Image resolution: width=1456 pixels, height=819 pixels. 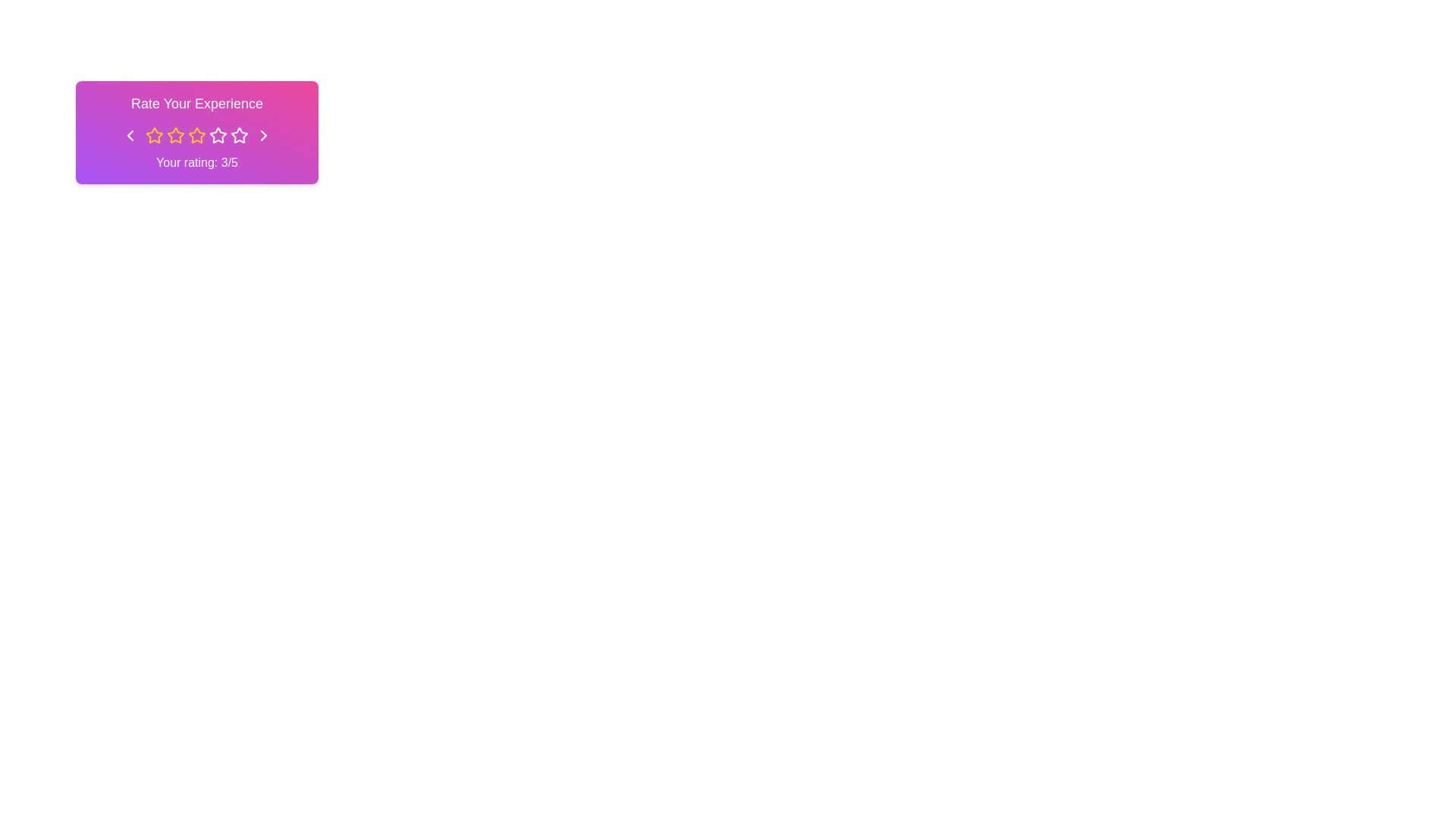 What do you see at coordinates (175, 134) in the screenshot?
I see `the second star icon in the rating interface` at bounding box center [175, 134].